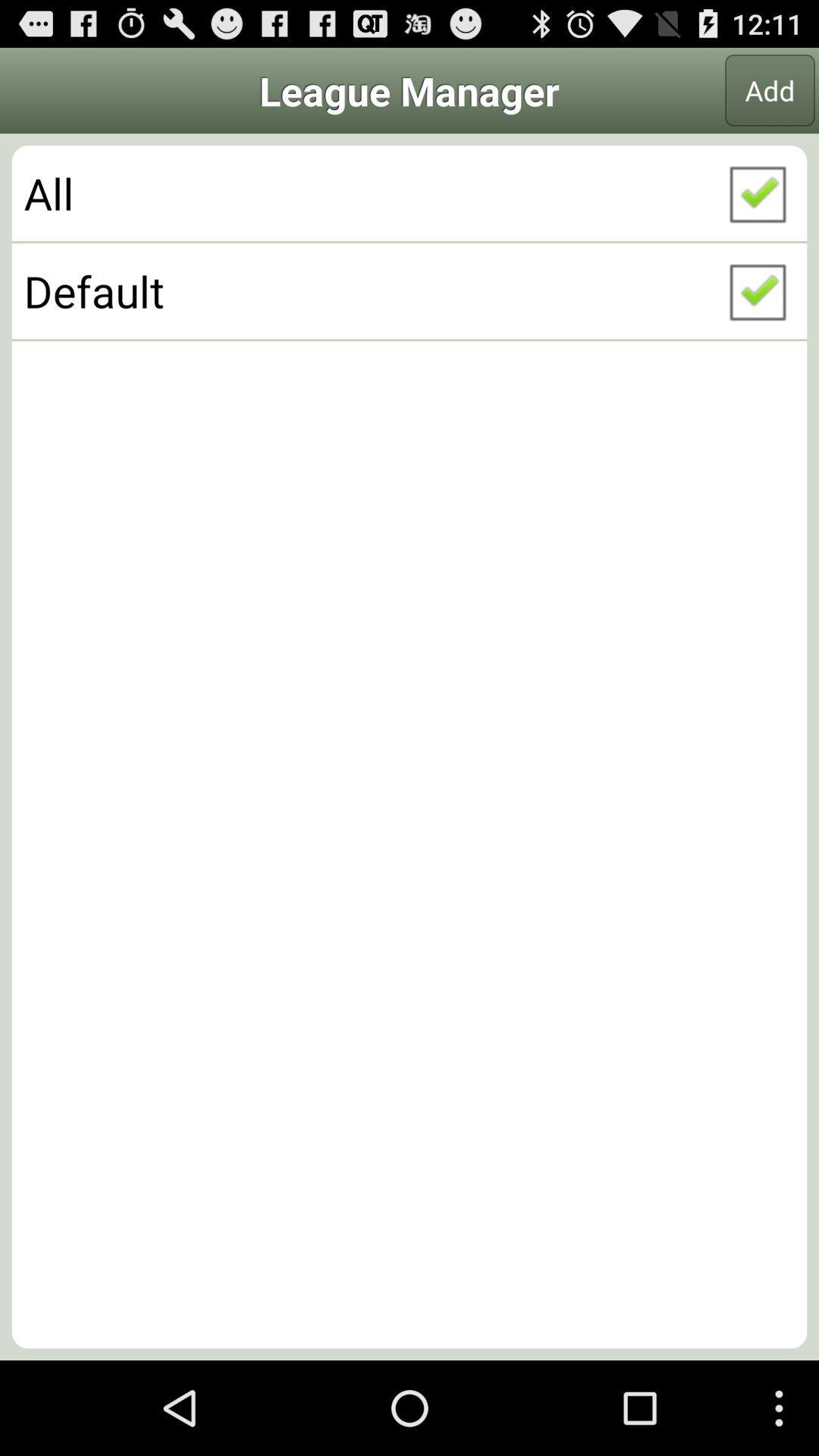 The width and height of the screenshot is (819, 1456). What do you see at coordinates (770, 89) in the screenshot?
I see `item above the all` at bounding box center [770, 89].